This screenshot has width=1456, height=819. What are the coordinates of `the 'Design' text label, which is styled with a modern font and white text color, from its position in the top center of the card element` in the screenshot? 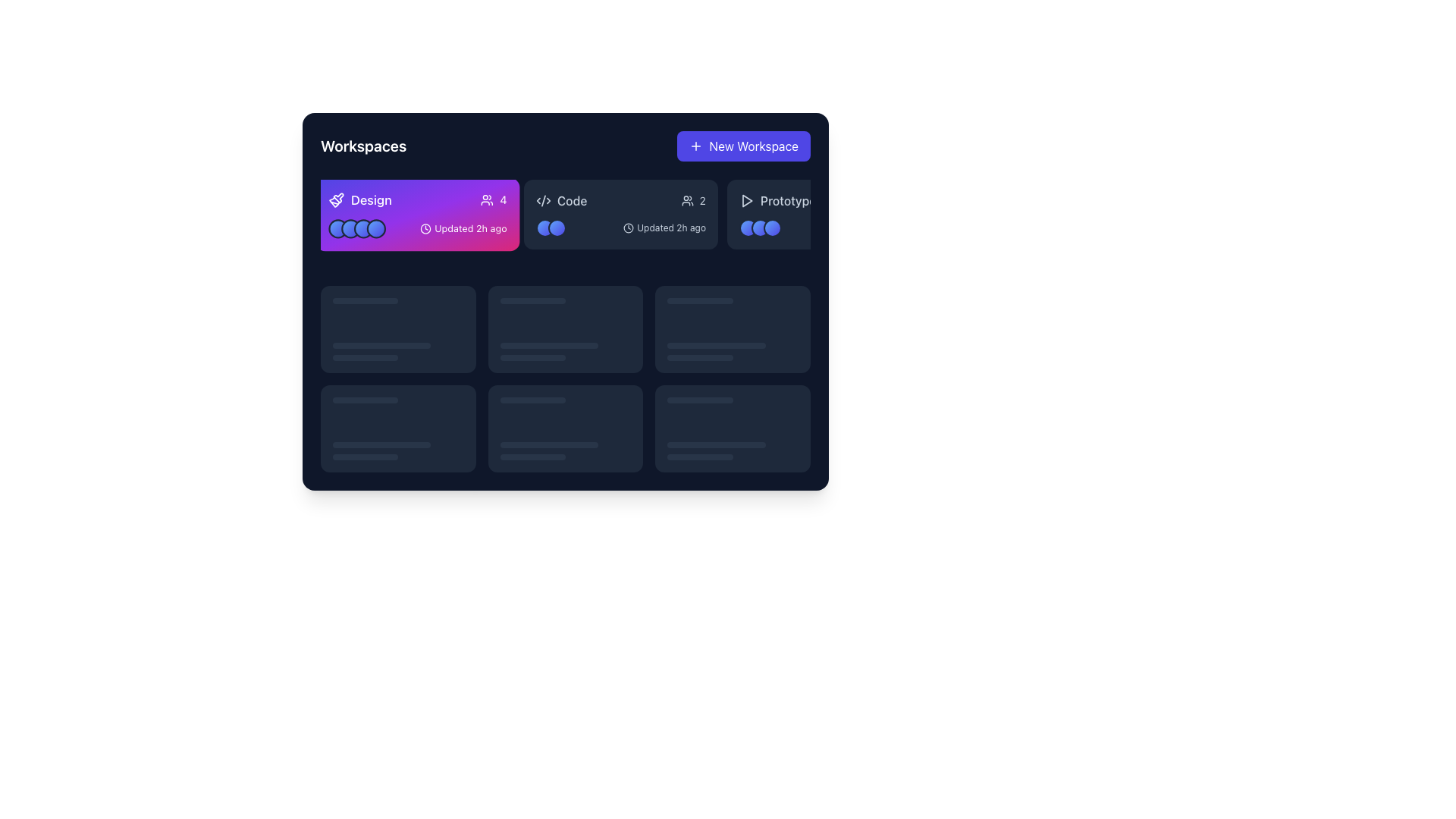 It's located at (418, 199).